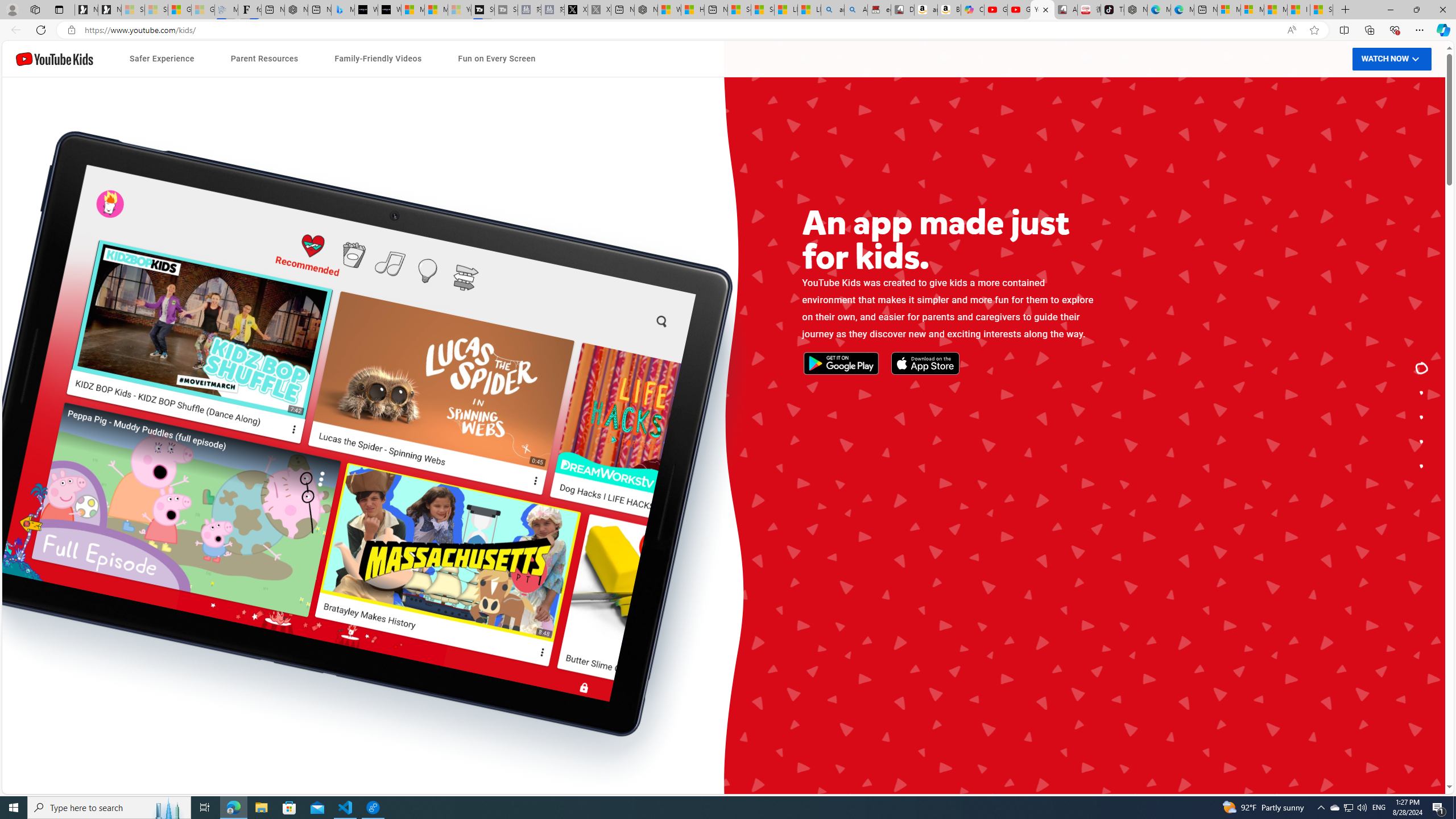 The width and height of the screenshot is (1456, 819). What do you see at coordinates (54, 59) in the screenshot?
I see `'YouTube Kids'` at bounding box center [54, 59].